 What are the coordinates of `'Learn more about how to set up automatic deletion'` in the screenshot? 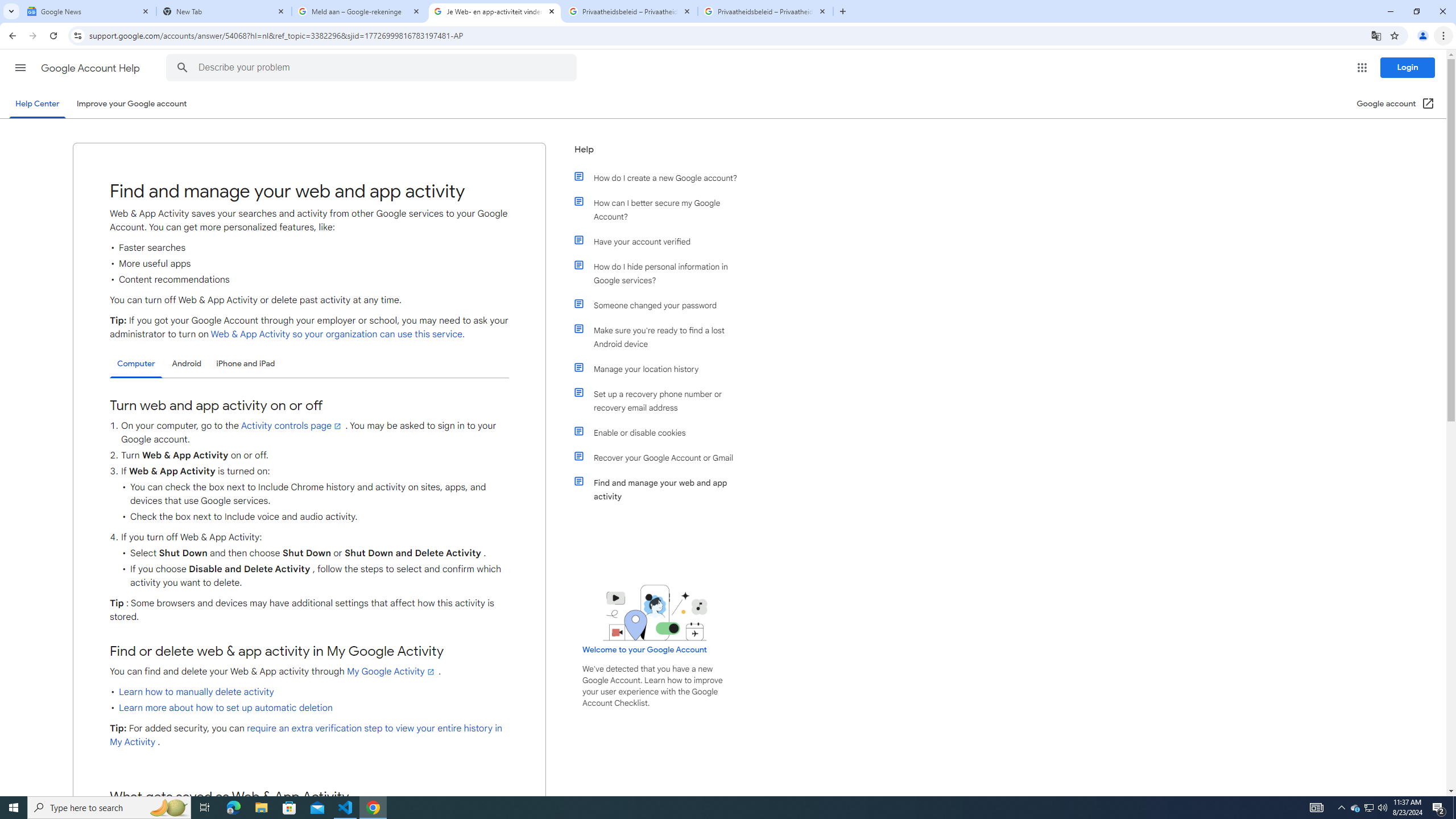 It's located at (226, 708).